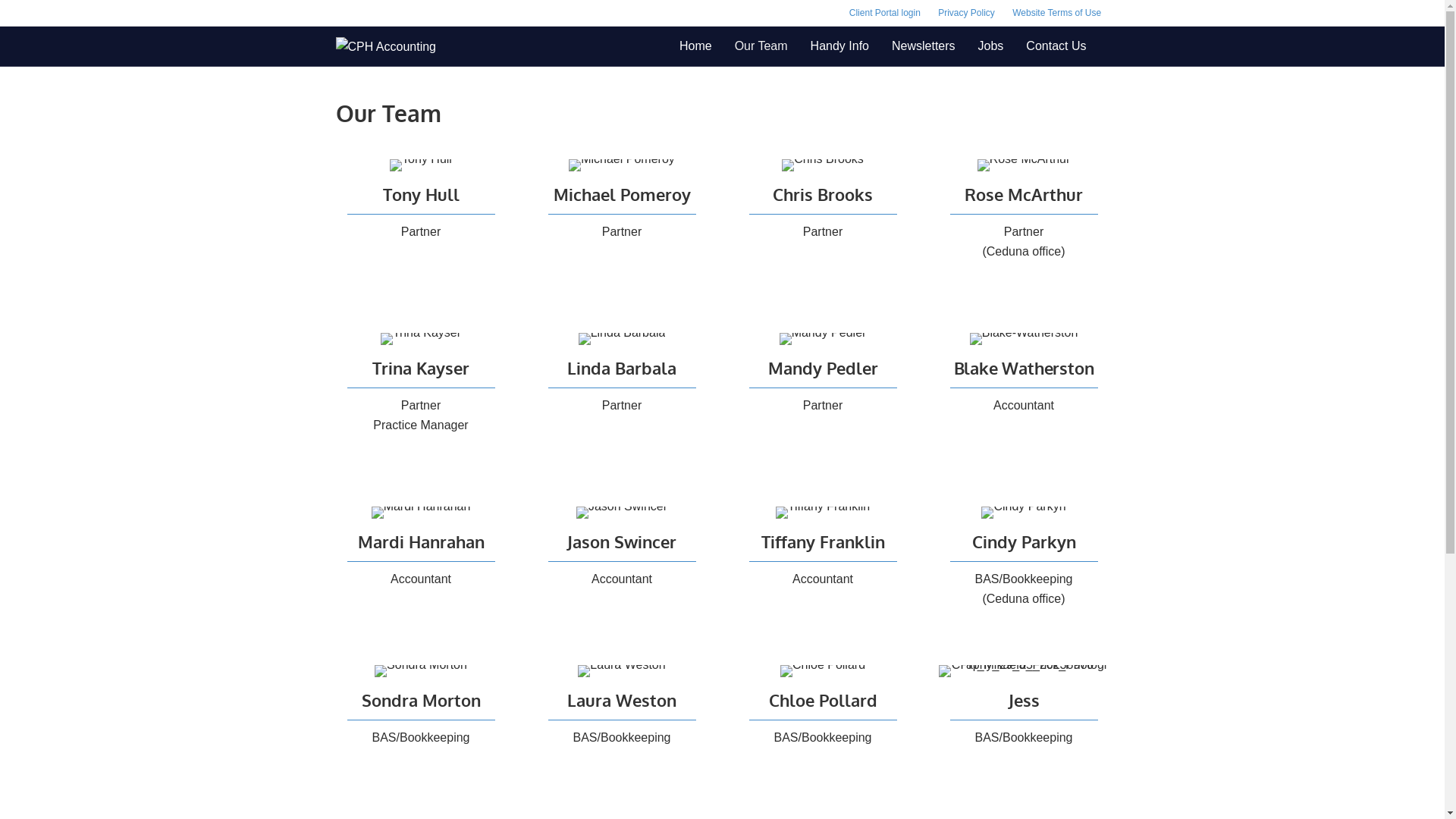 Image resolution: width=1456 pixels, height=819 pixels. What do you see at coordinates (421, 512) in the screenshot?
I see `'Mardi-Hanrahan'` at bounding box center [421, 512].